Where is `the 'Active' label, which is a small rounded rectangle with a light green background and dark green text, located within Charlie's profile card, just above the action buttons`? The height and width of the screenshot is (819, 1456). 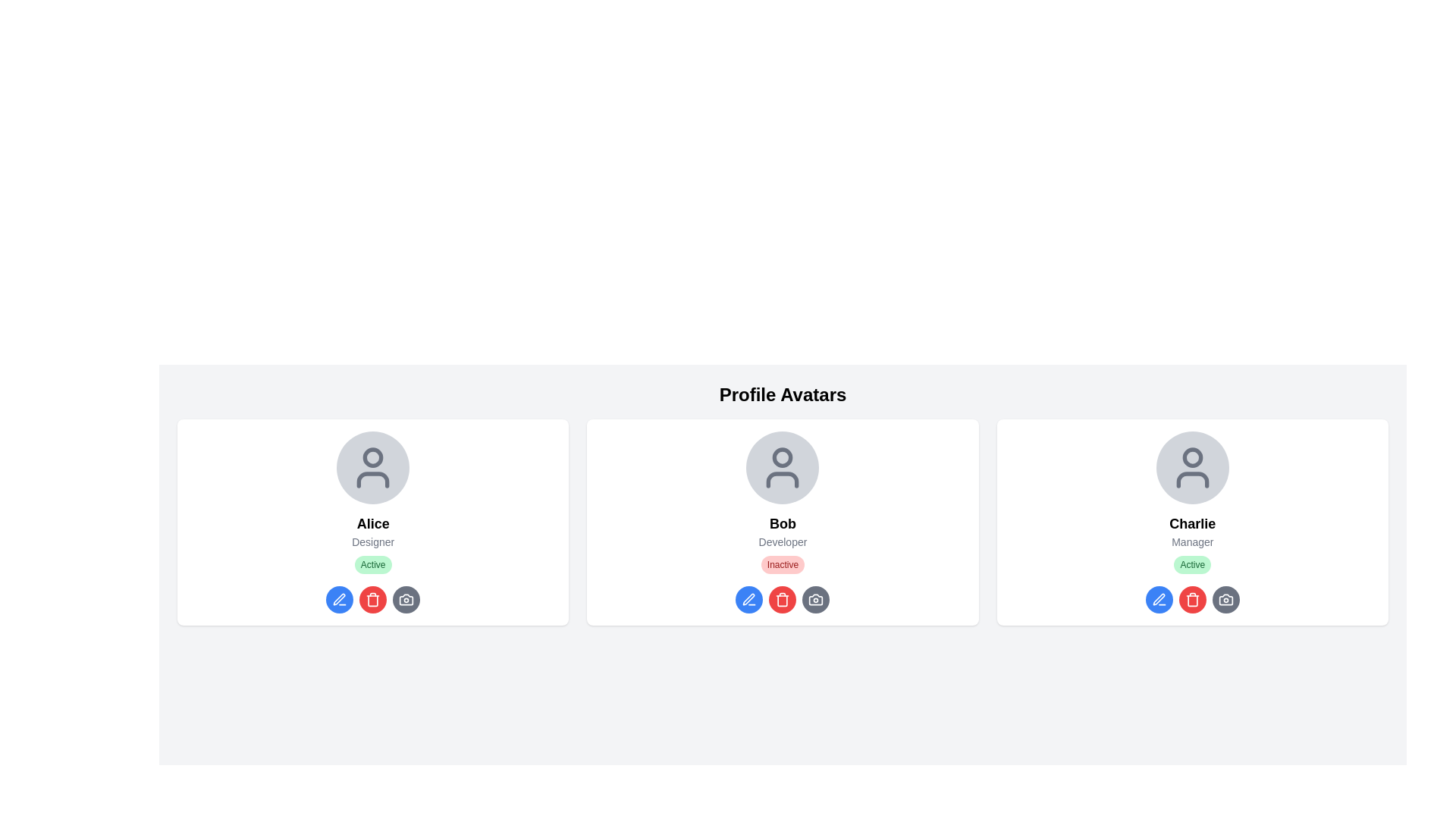 the 'Active' label, which is a small rounded rectangle with a light green background and dark green text, located within Charlie's profile card, just above the action buttons is located at coordinates (1191, 564).